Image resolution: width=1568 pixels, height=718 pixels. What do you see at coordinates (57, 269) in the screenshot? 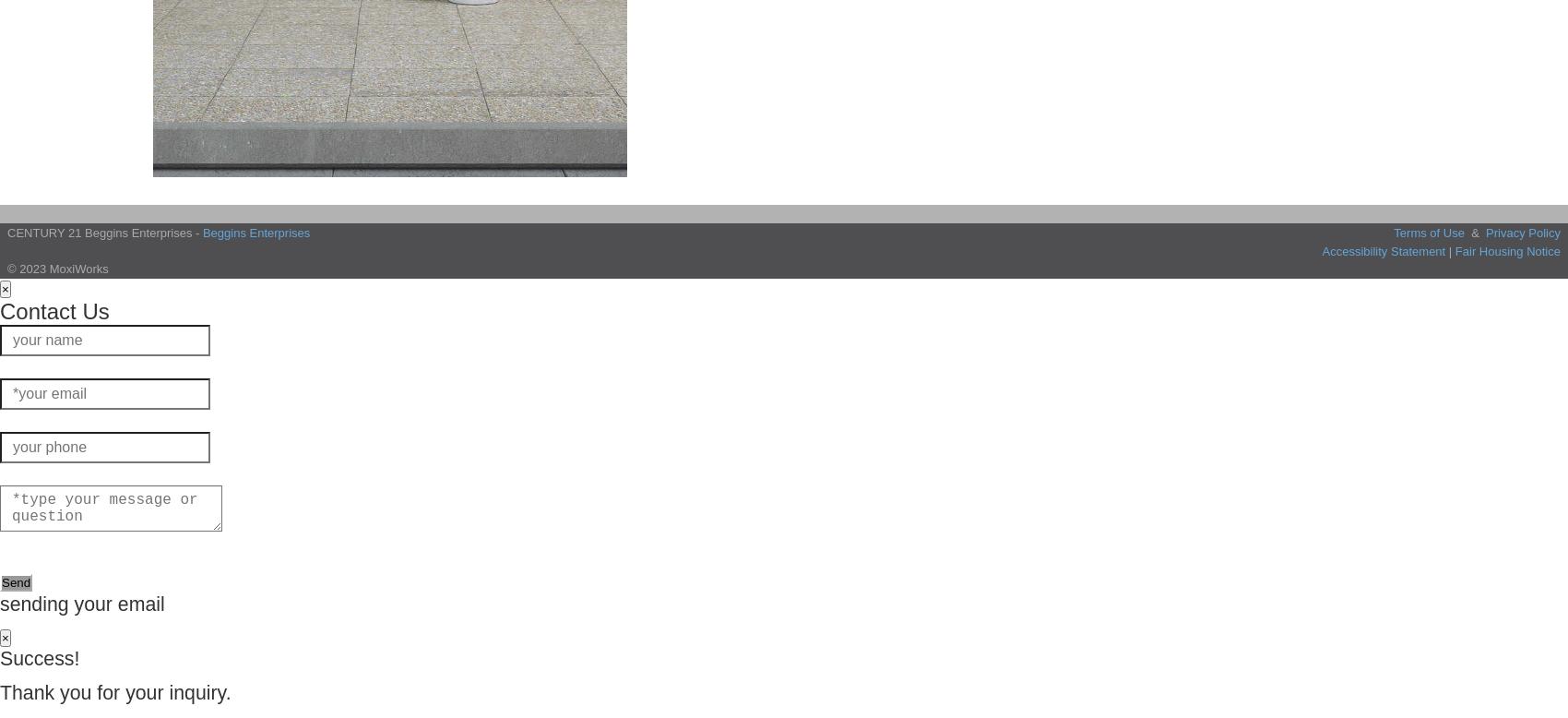
I see `'© 2023 MoxiWorks'` at bounding box center [57, 269].